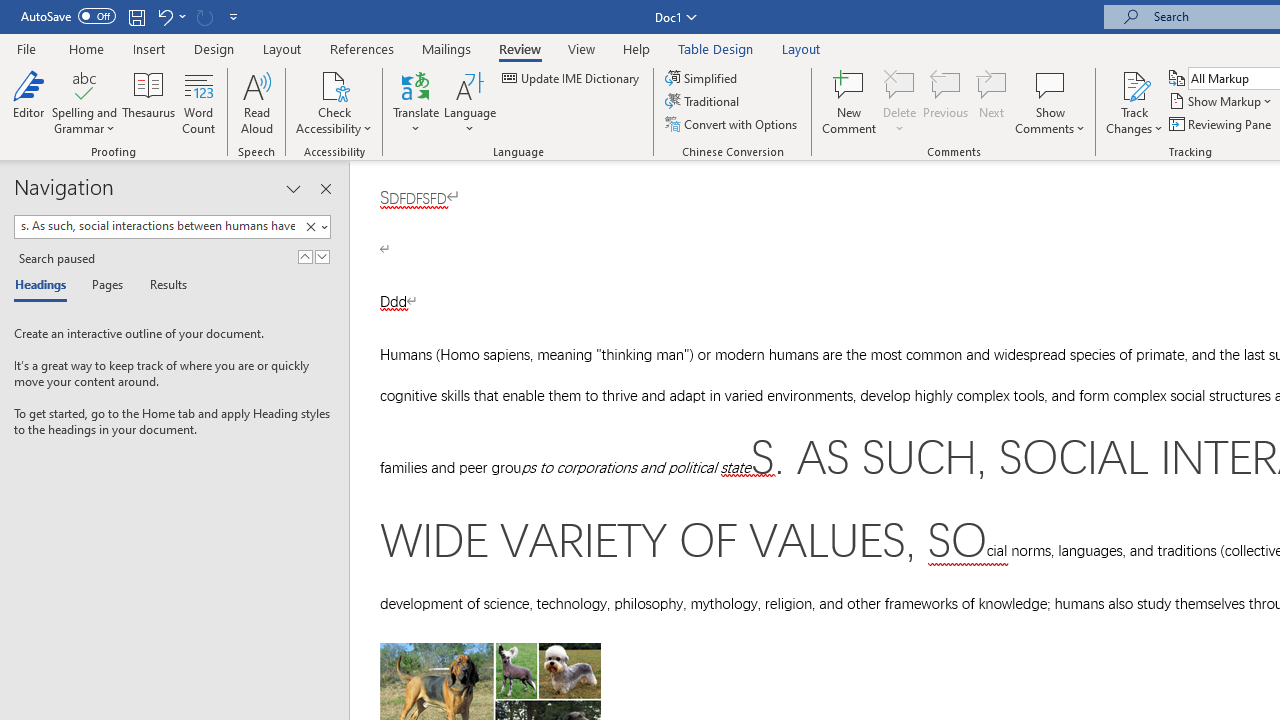 The width and height of the screenshot is (1280, 720). Describe the element at coordinates (945, 103) in the screenshot. I see `'Previous'` at that location.